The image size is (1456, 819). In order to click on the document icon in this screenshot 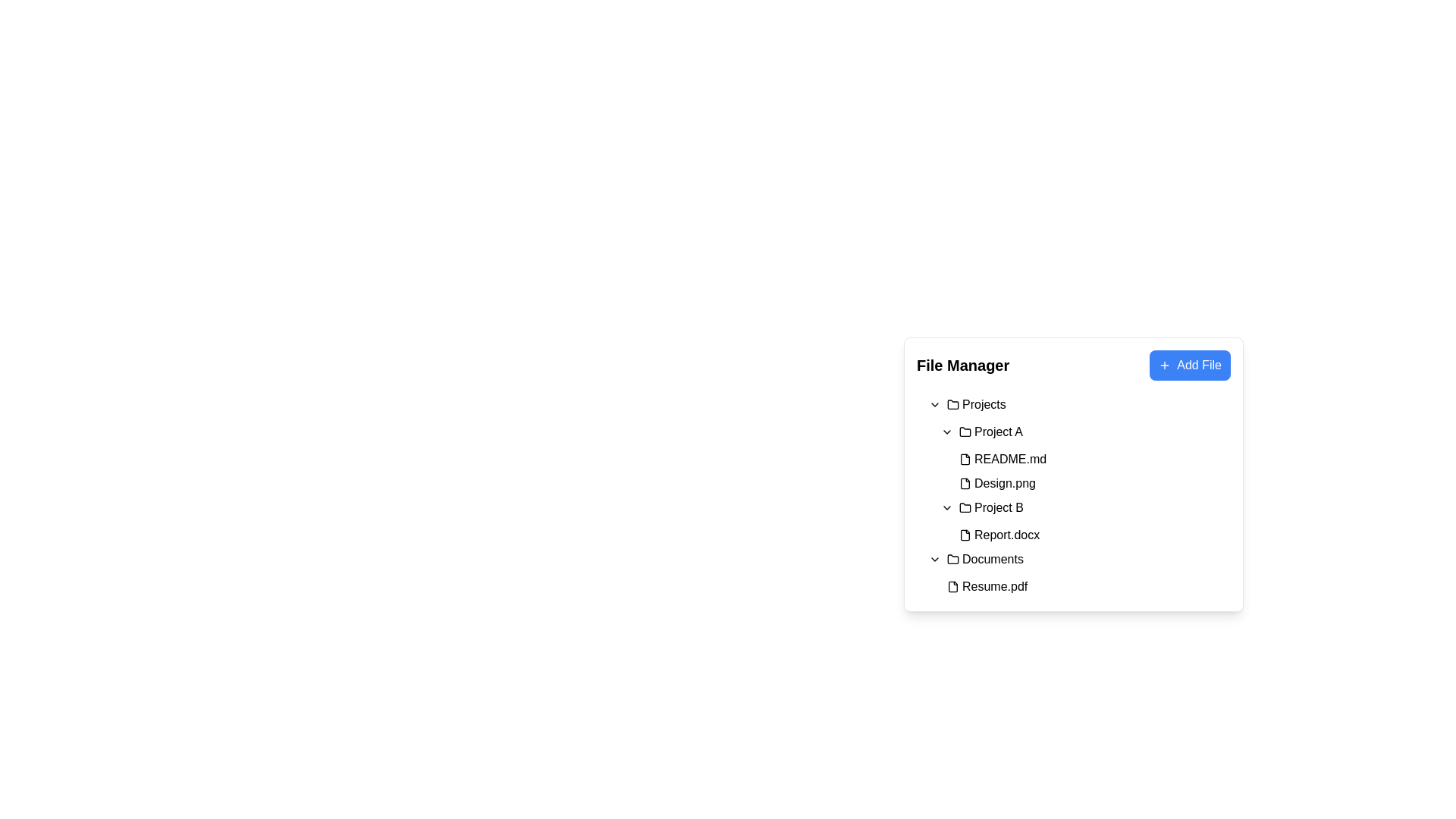, I will do `click(952, 586)`.